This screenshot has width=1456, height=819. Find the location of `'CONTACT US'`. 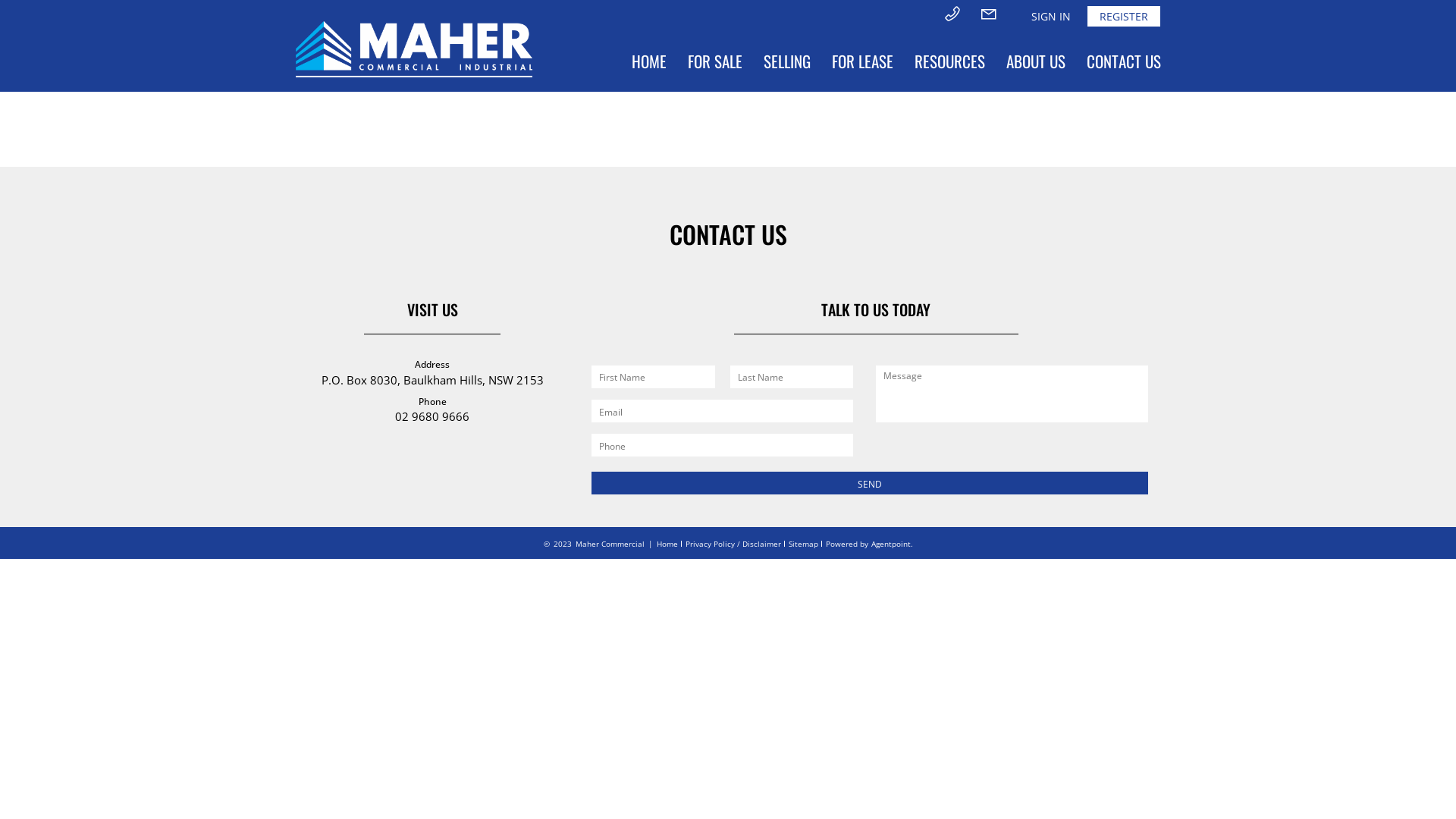

'CONTACT US' is located at coordinates (1124, 61).